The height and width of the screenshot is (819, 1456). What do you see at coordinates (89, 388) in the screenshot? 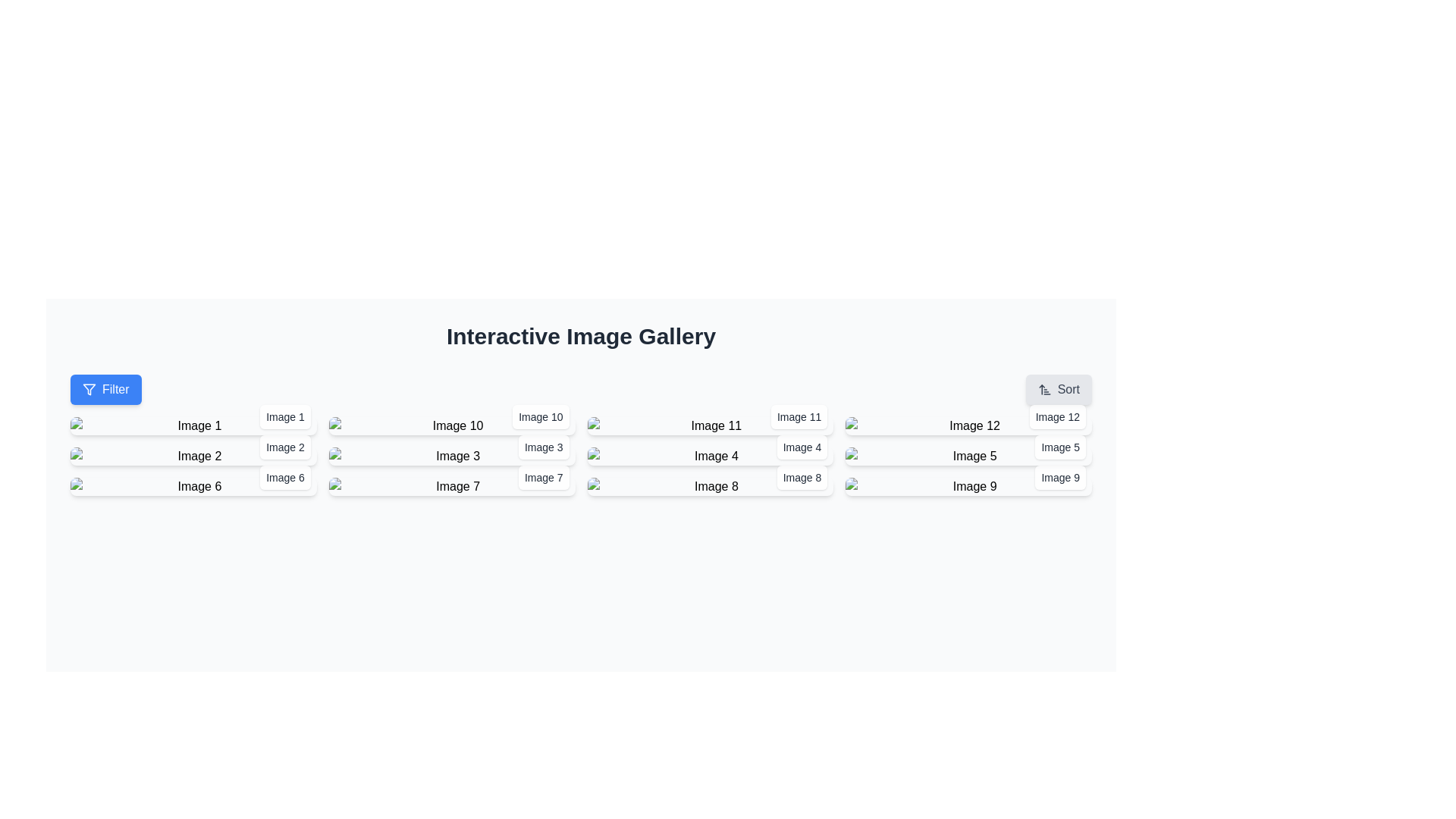
I see `the filter icon located in the top-left corner of the interface within the button labeled 'Filter'` at bounding box center [89, 388].